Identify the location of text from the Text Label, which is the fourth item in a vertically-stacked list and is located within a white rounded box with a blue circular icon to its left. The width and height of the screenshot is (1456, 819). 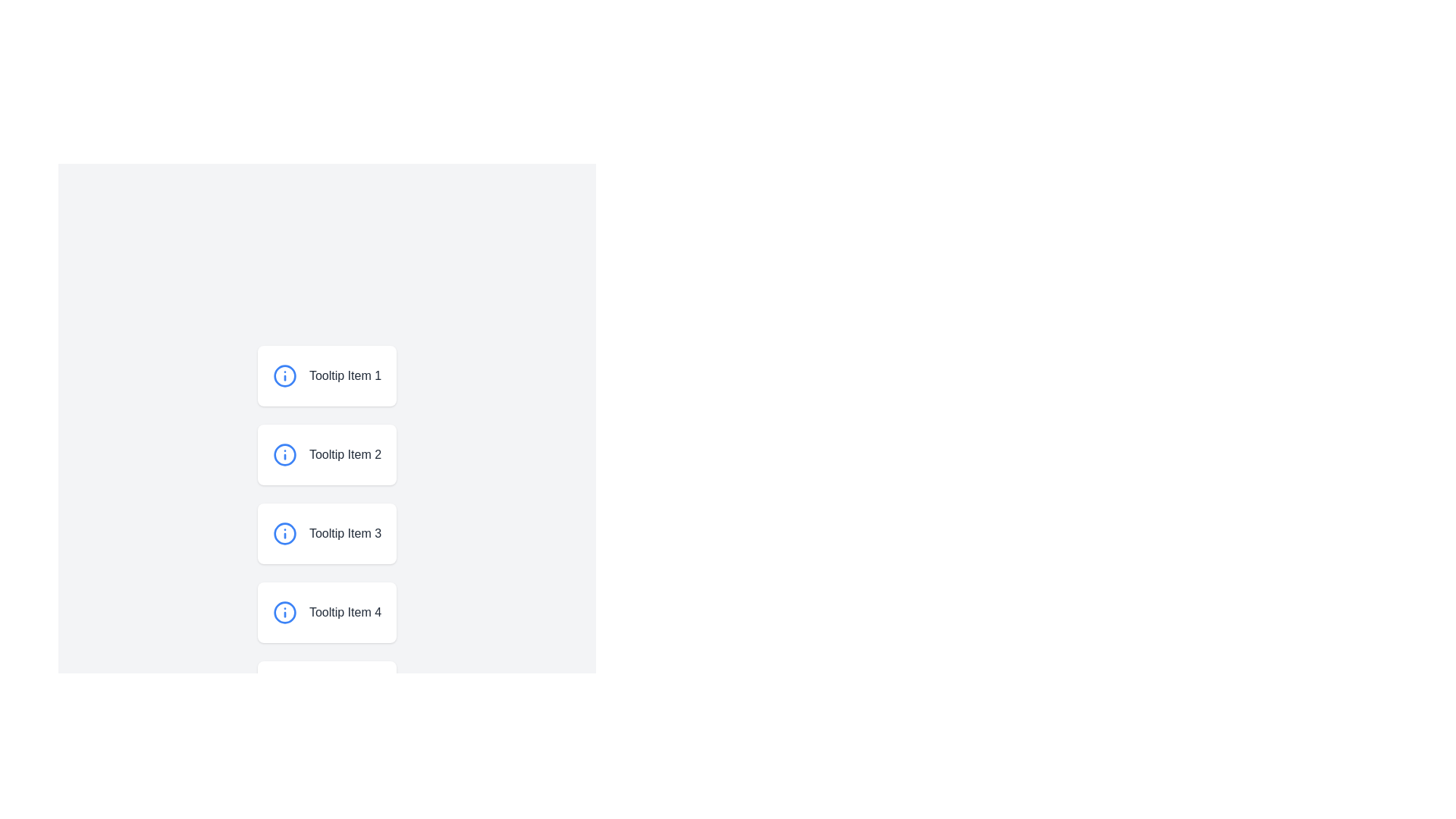
(338, 611).